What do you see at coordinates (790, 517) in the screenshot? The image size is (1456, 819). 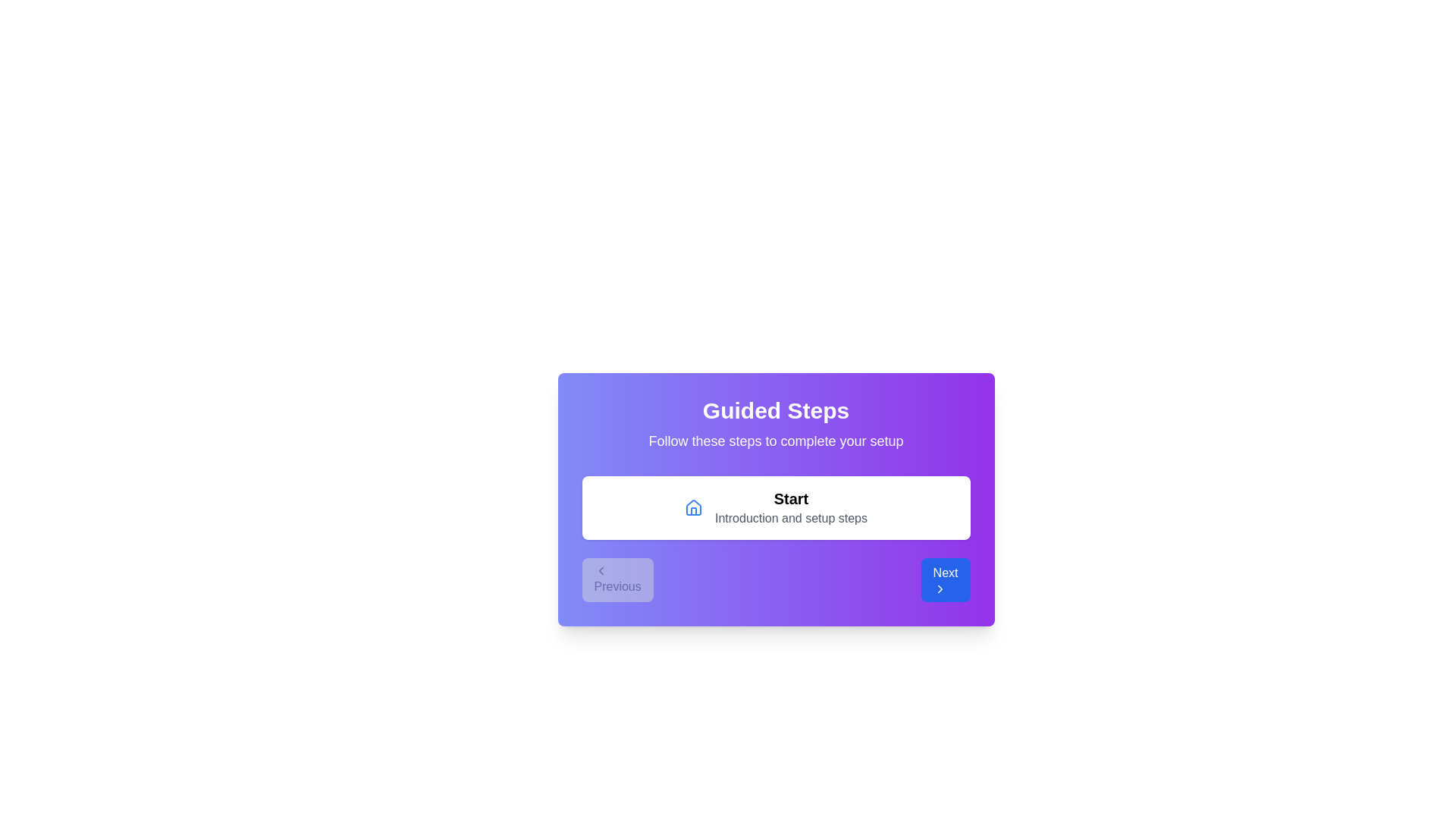 I see `the text label that displays 'Introduction and setup steps', which is positioned below the 'Start' label within a white box on a vivid purple background` at bounding box center [790, 517].